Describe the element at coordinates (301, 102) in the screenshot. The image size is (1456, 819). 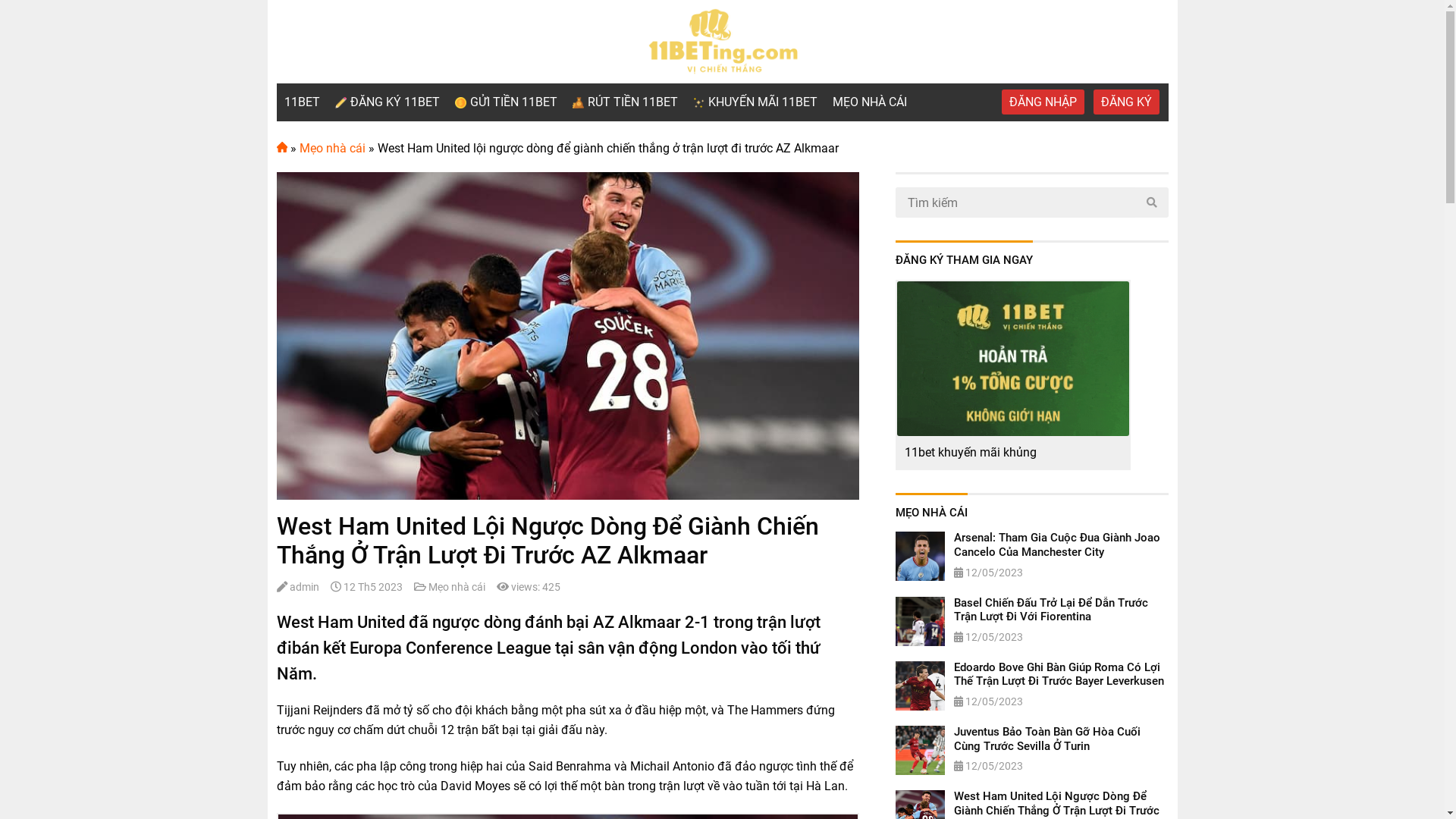
I see `'11BET'` at that location.